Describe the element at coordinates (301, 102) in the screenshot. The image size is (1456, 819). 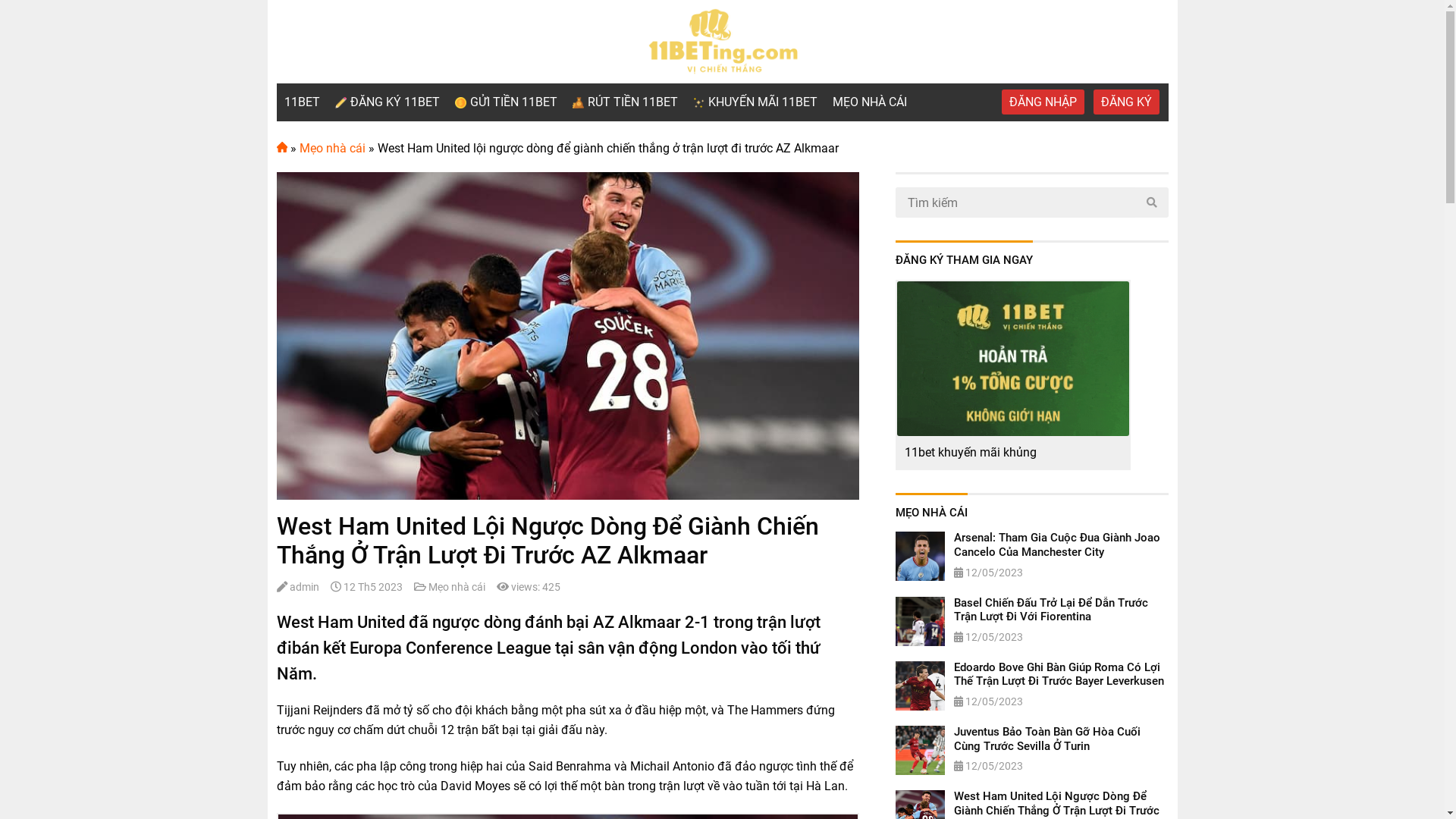
I see `'11BET'` at that location.